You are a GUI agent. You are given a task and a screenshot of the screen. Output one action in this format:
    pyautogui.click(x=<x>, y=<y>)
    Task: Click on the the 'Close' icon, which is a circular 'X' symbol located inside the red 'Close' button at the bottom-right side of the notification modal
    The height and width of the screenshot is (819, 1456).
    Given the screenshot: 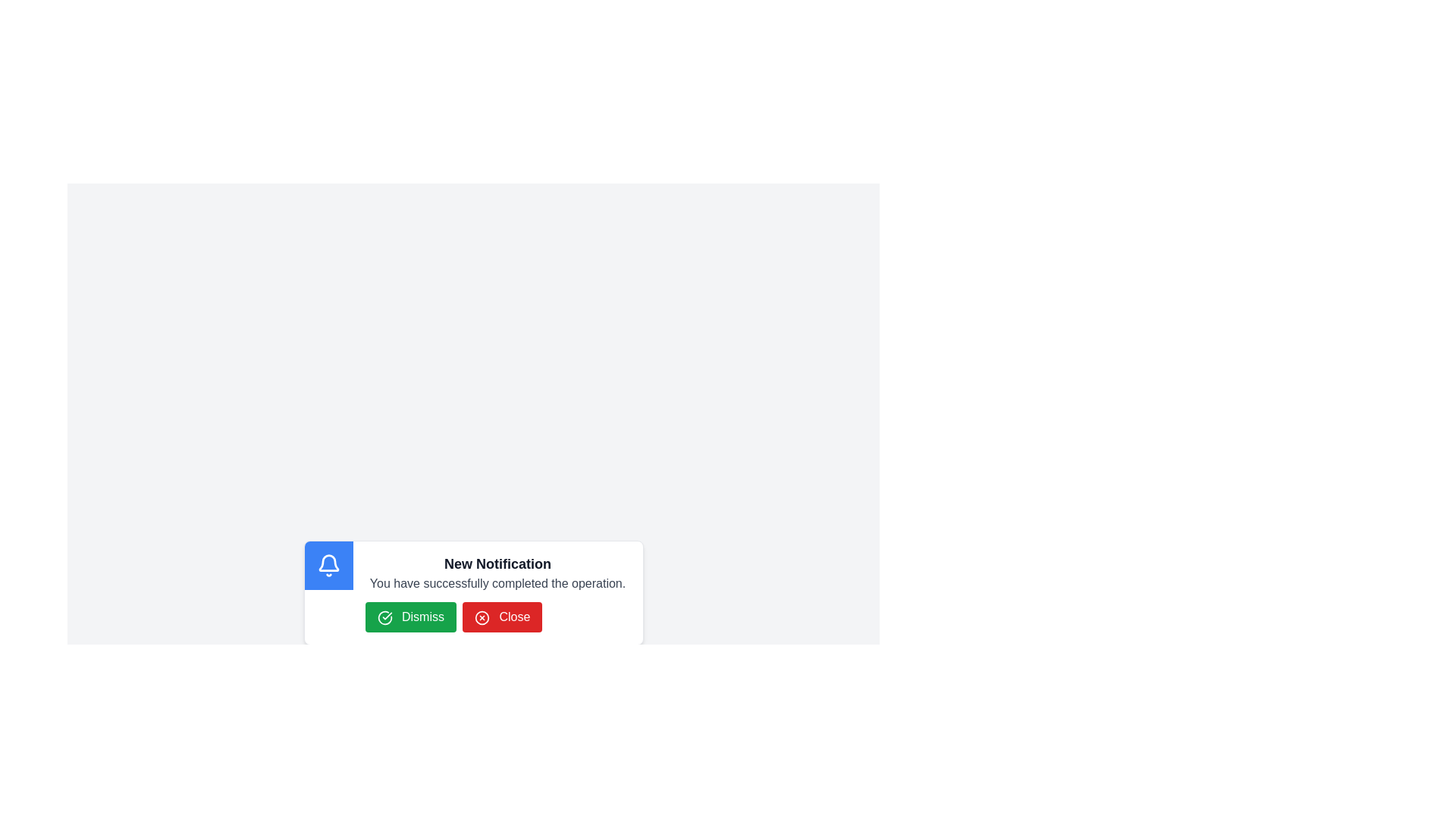 What is the action you would take?
    pyautogui.click(x=481, y=617)
    